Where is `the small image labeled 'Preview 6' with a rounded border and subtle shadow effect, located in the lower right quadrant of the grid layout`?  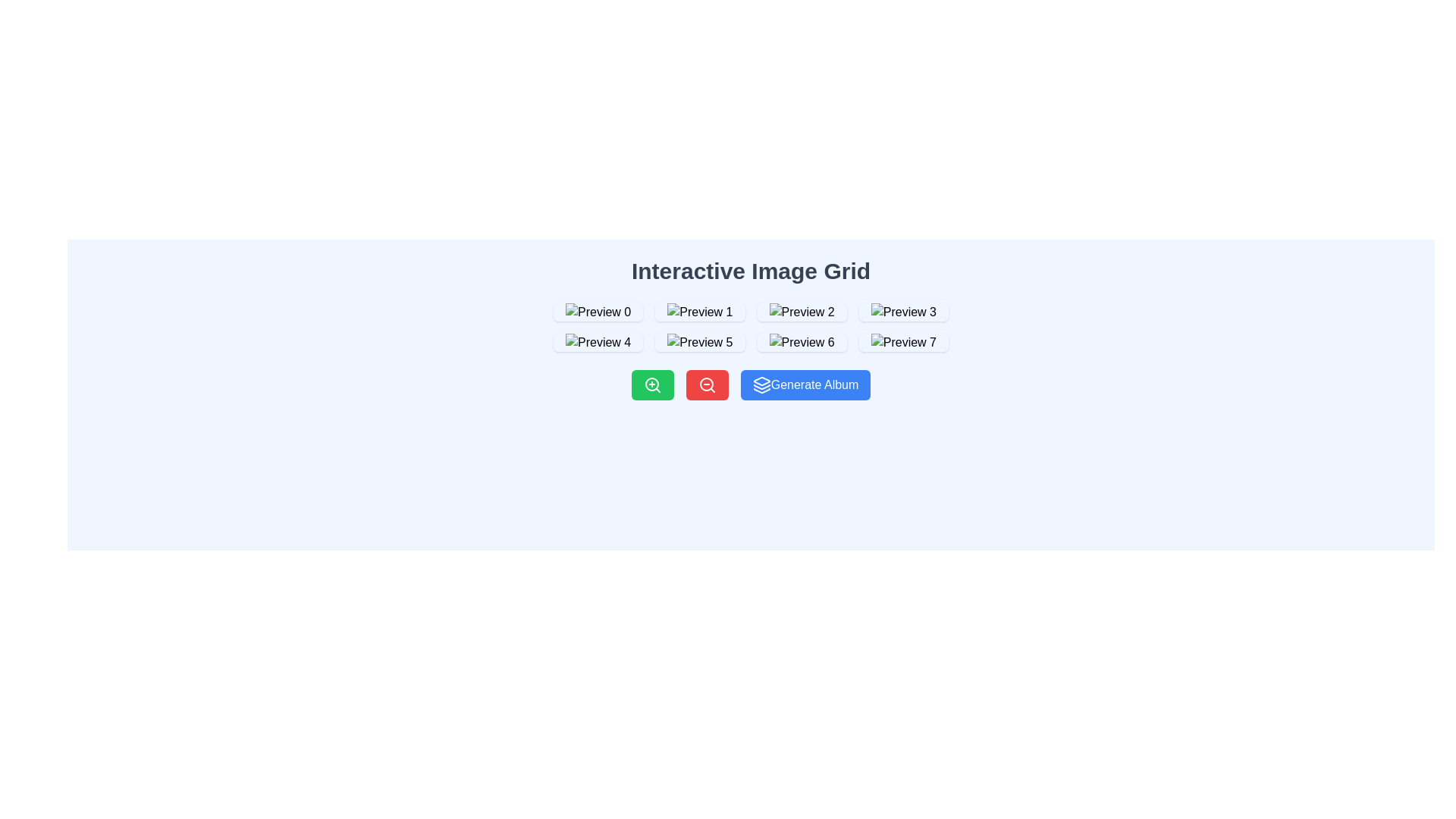 the small image labeled 'Preview 6' with a rounded border and subtle shadow effect, located in the lower right quadrant of the grid layout is located at coordinates (801, 342).